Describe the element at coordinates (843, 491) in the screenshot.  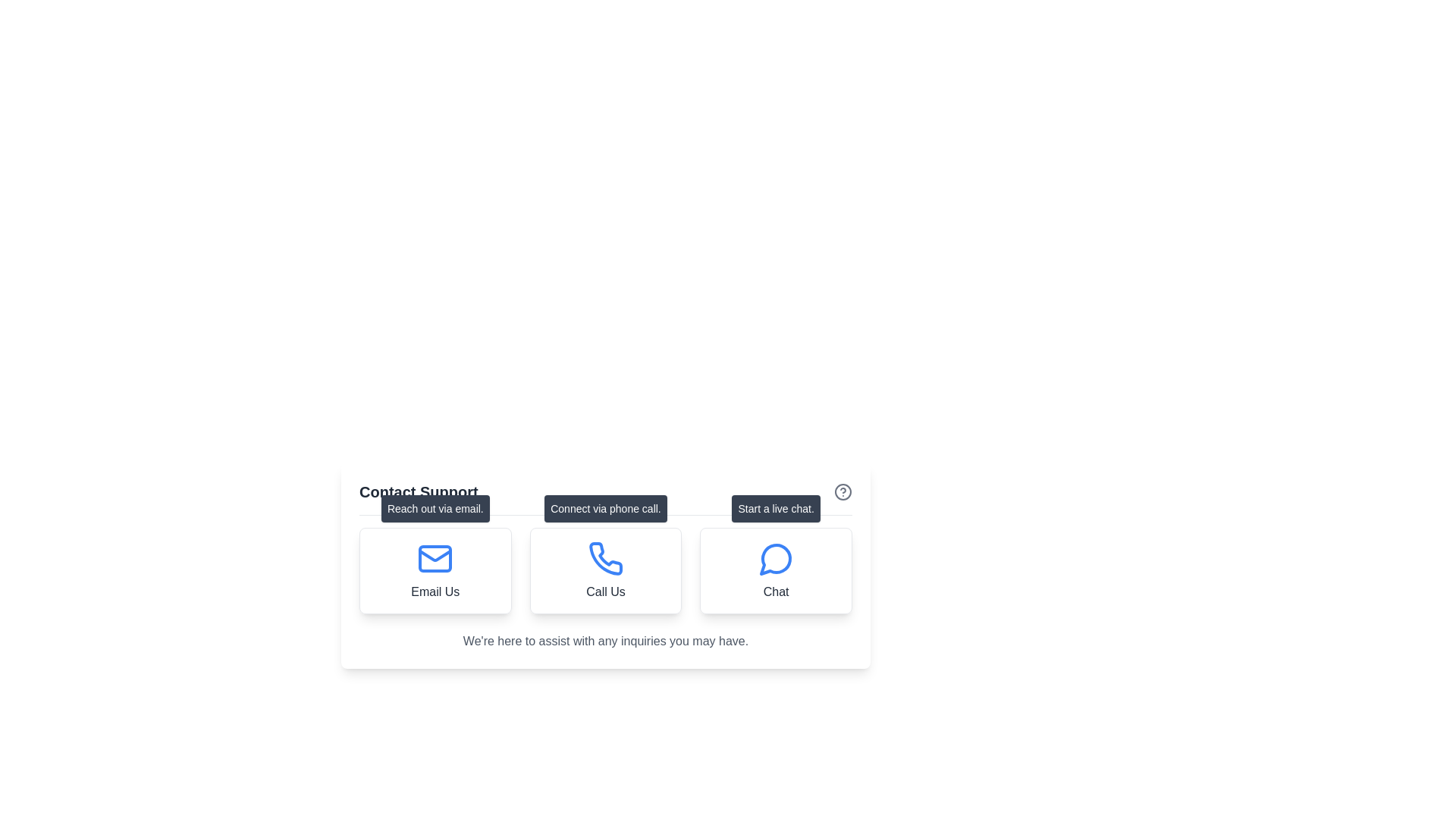
I see `the circular gray icon with a question mark inside, located to the right of the 'Contact Support' section header` at that location.